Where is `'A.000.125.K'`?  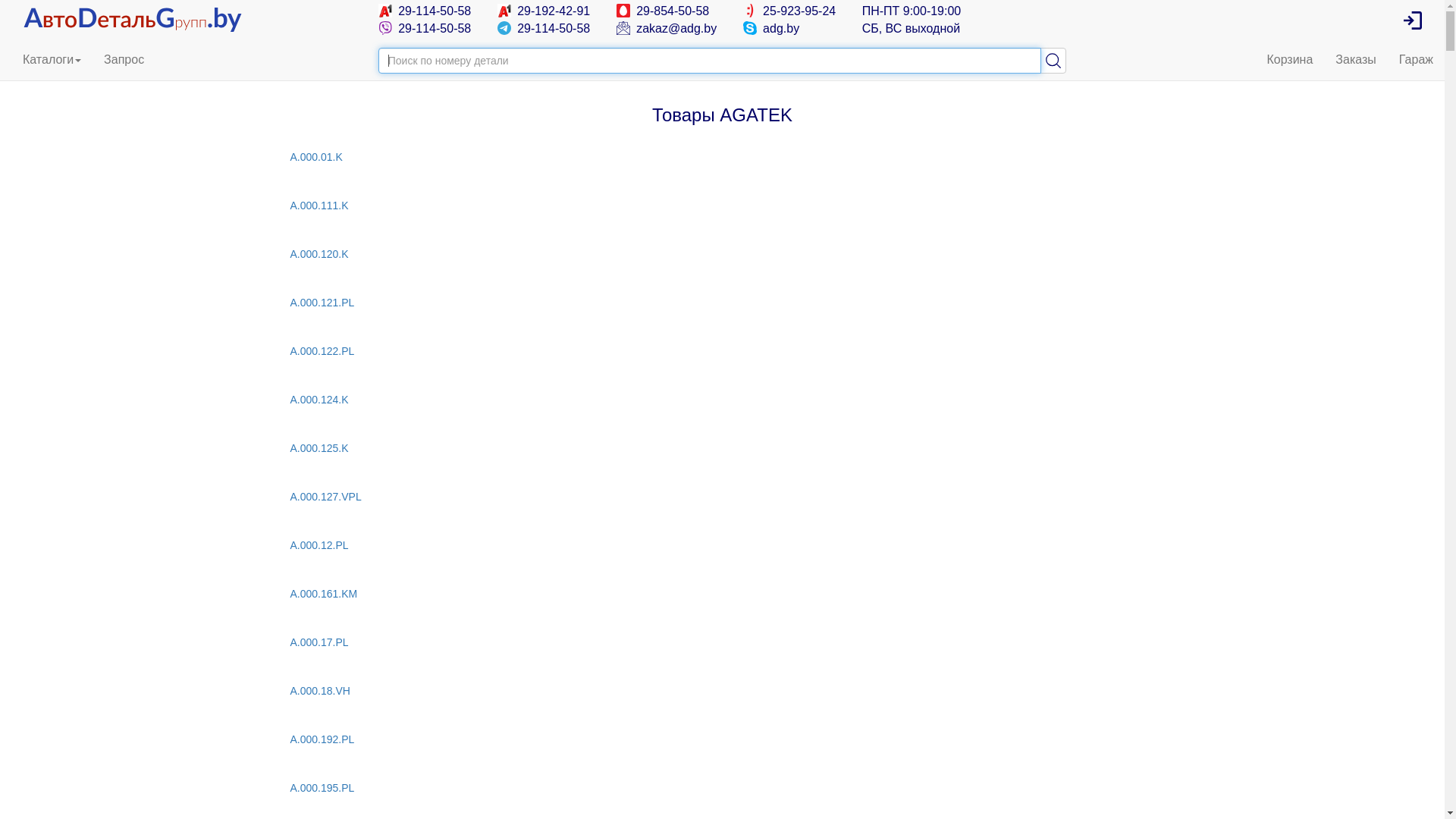 'A.000.125.K' is located at coordinates (720, 447).